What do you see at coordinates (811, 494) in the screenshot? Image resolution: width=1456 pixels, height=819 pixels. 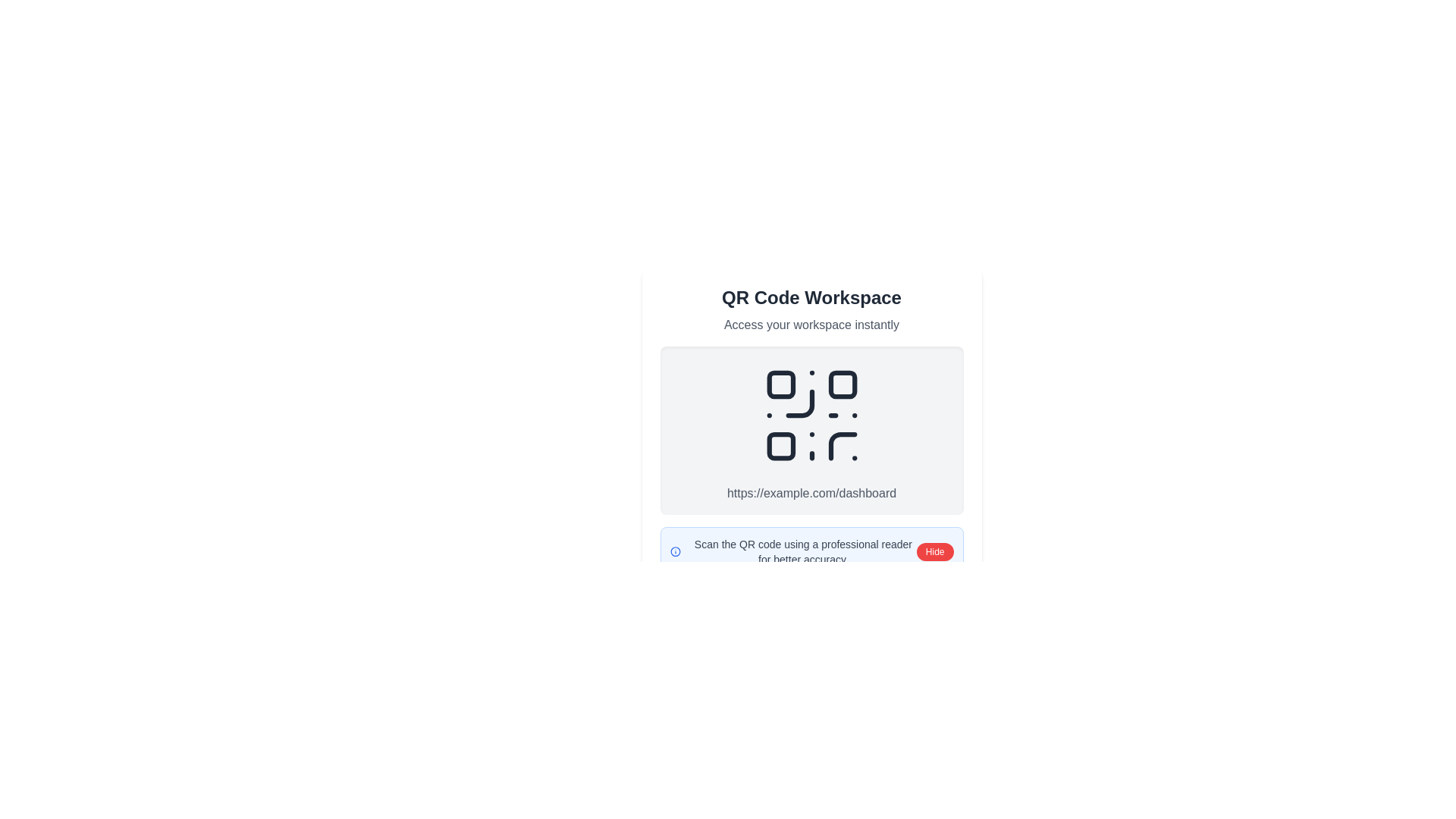 I see `the static text element displaying the URL 'https://example.com/dashboard' that is centered beneath a QR code graphic` at bounding box center [811, 494].